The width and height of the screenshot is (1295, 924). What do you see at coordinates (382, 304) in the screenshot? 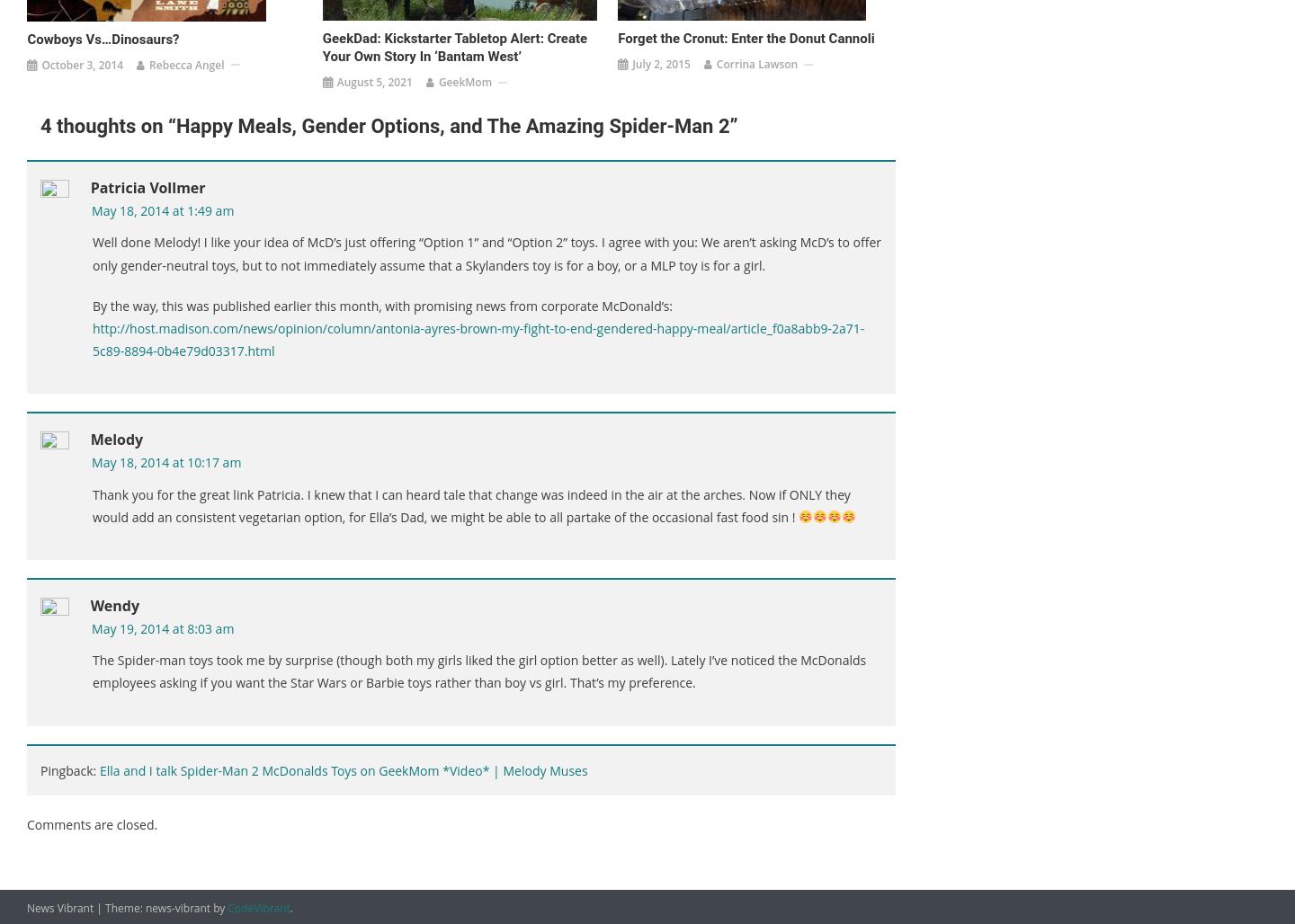
I see `'By the way, this was published earlier this month, with promising news from corporate McDonald’s:'` at bounding box center [382, 304].